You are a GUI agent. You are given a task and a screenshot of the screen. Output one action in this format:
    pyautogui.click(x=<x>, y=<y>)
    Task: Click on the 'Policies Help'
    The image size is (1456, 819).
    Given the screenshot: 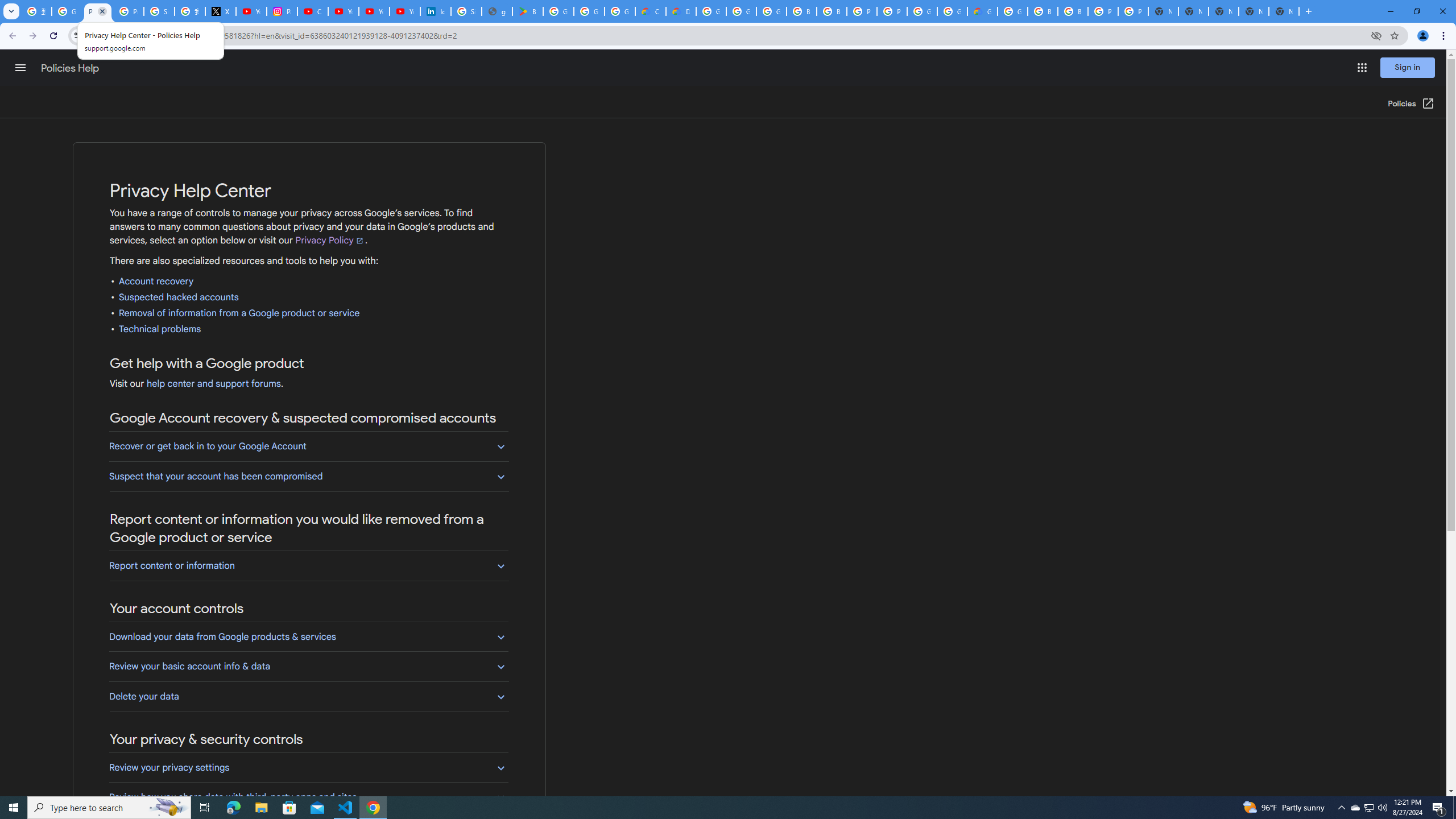 What is the action you would take?
    pyautogui.click(x=71, y=68)
    